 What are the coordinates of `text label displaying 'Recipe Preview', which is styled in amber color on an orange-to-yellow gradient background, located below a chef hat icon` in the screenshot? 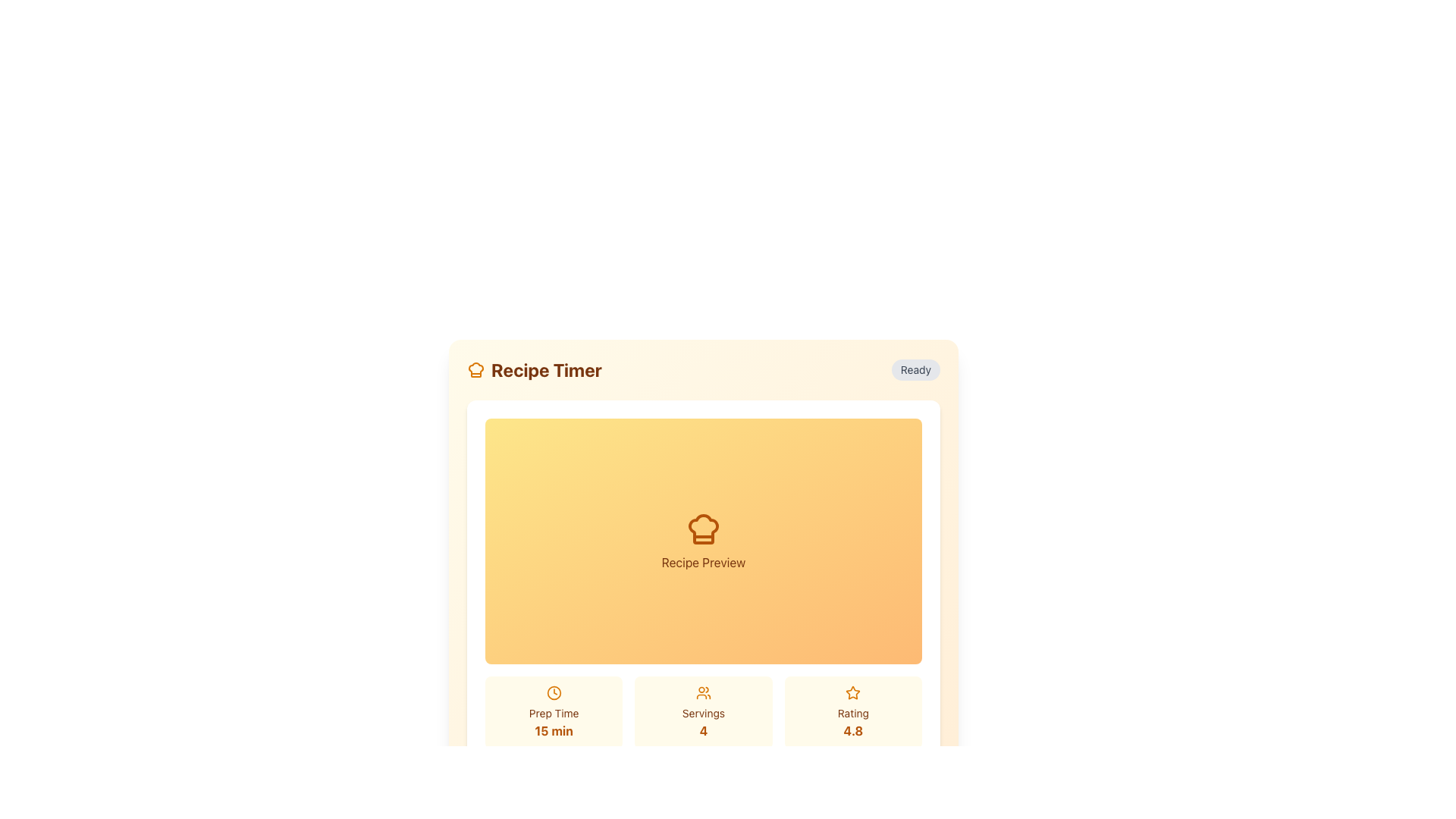 It's located at (702, 562).